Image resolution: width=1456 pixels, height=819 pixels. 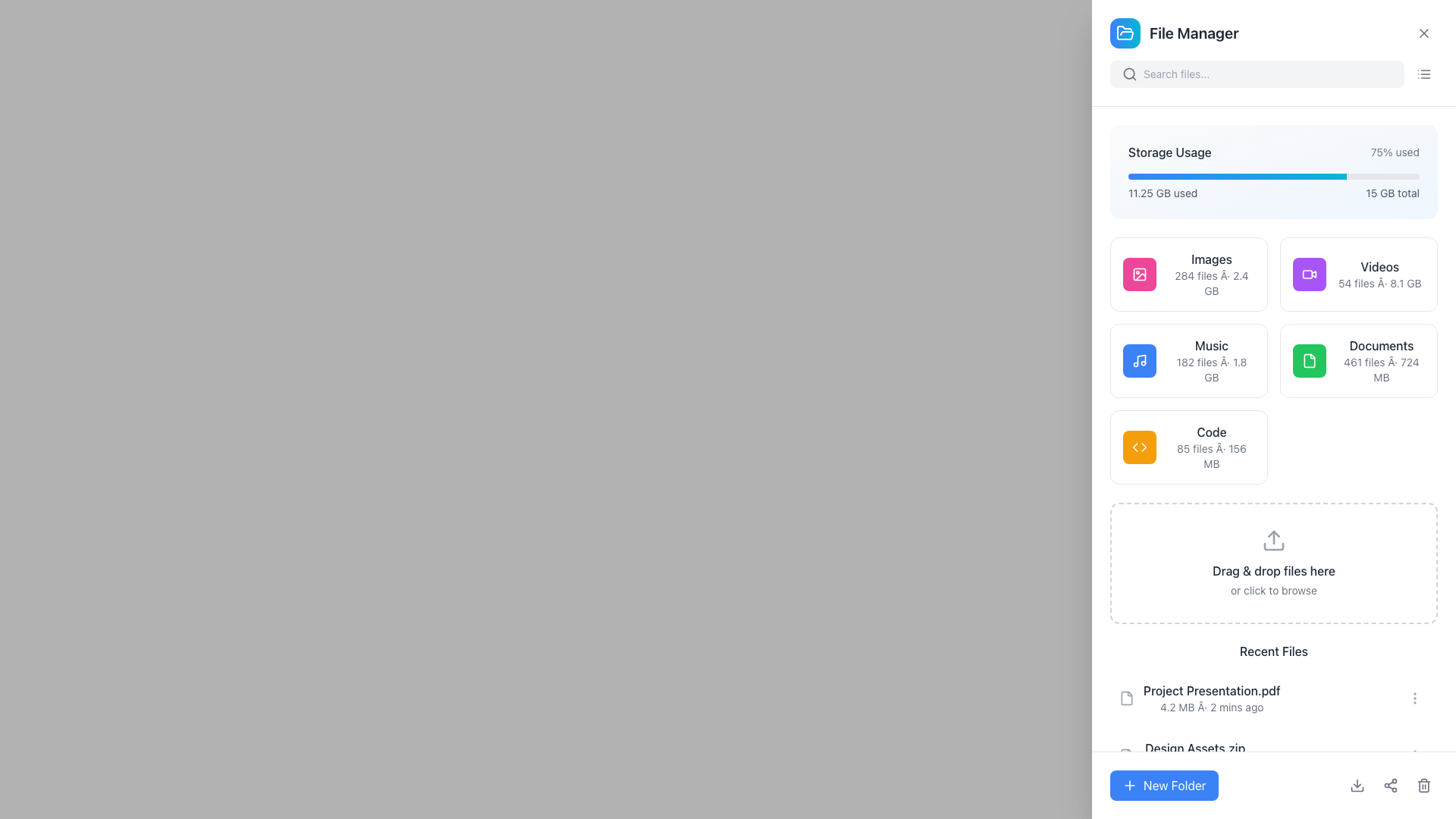 What do you see at coordinates (1211, 284) in the screenshot?
I see `information displayed in the Text label showing '284 files · 2.4 GB', which is styled in a small gray font and positioned below the 'Images' label in the top row, second column of the grid view` at bounding box center [1211, 284].